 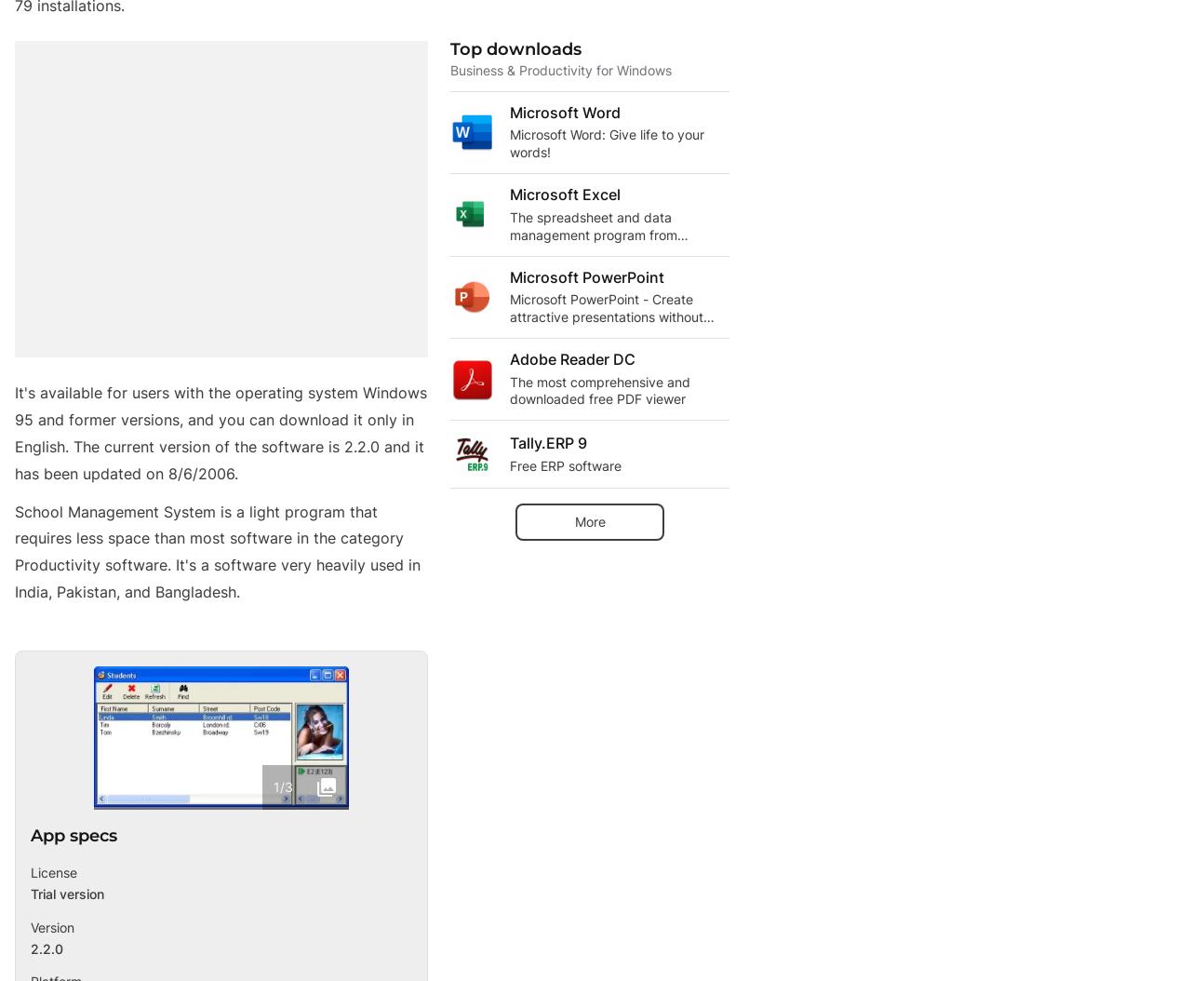 I want to click on 'Cookie Policy', so click(x=576, y=750).